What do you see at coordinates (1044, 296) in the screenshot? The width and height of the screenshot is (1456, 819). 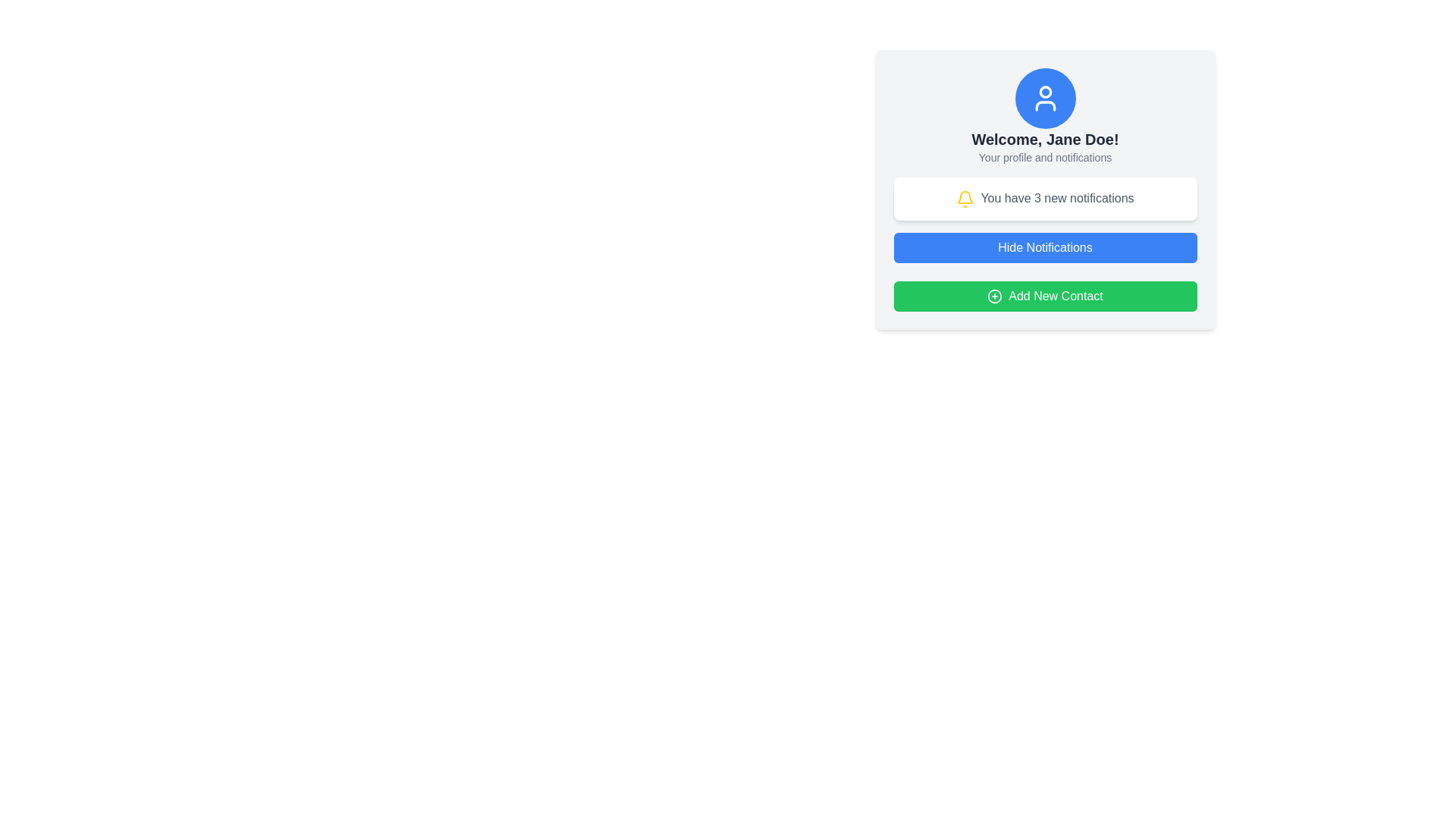 I see `the 'Add Contact' button, which is the fourth interactive item in the vertically stacked layout, located directly below the 'Hide Notifications' button` at bounding box center [1044, 296].